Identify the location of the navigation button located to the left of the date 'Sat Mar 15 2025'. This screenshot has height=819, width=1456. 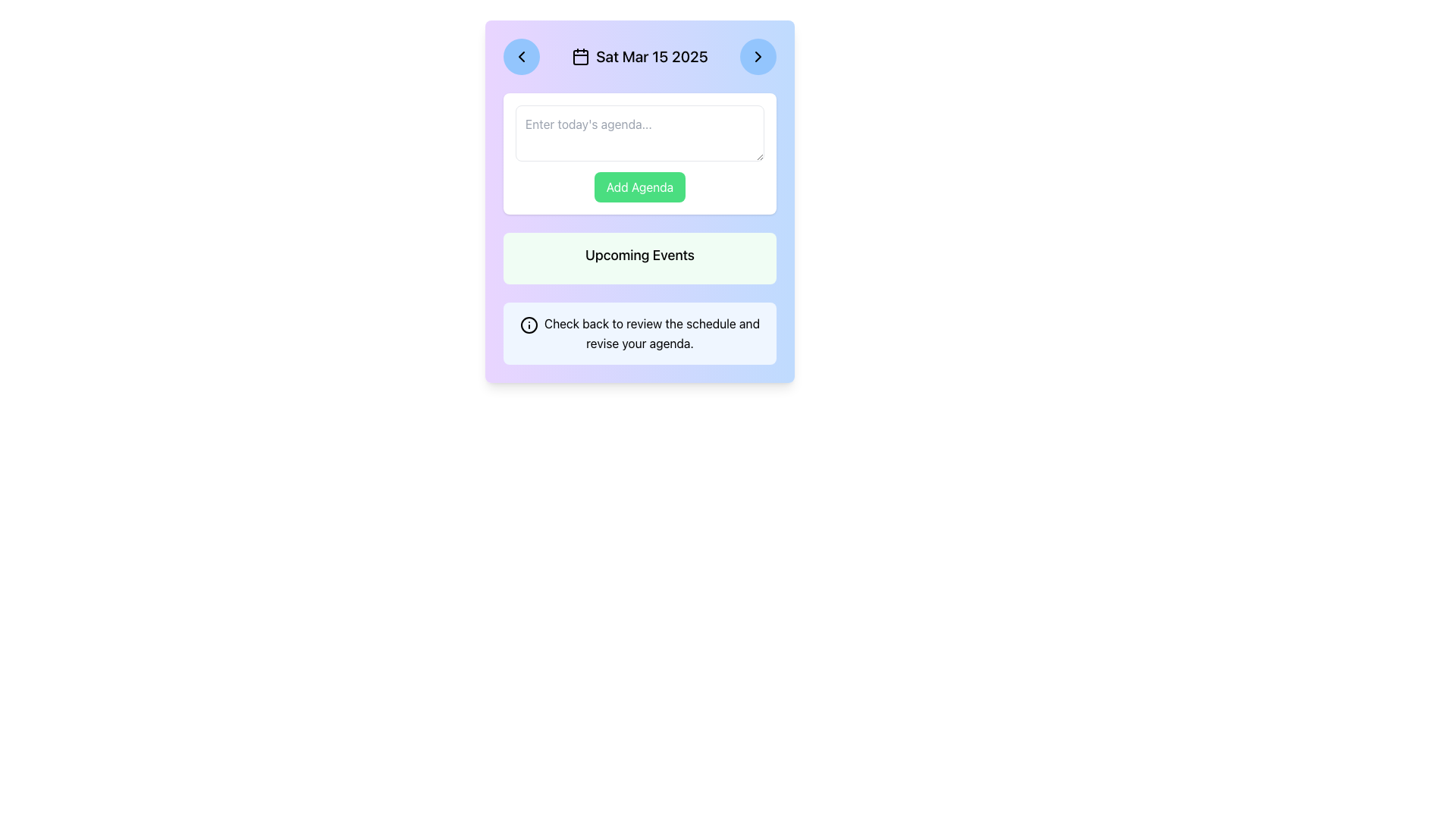
(521, 55).